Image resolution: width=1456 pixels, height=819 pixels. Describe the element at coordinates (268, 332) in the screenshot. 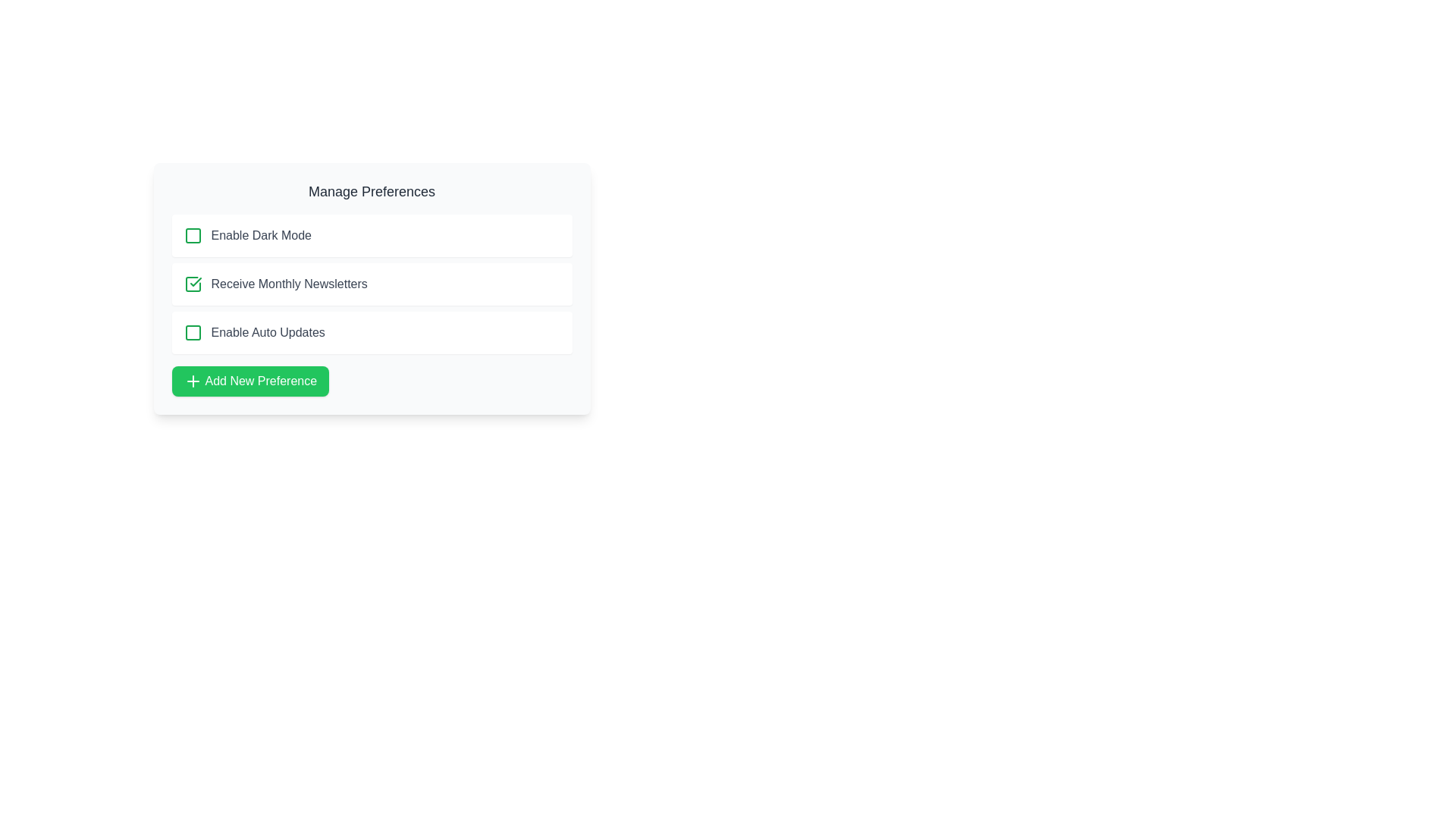

I see `the 'Enable Auto Updates' label text for accessibility purposes` at that location.